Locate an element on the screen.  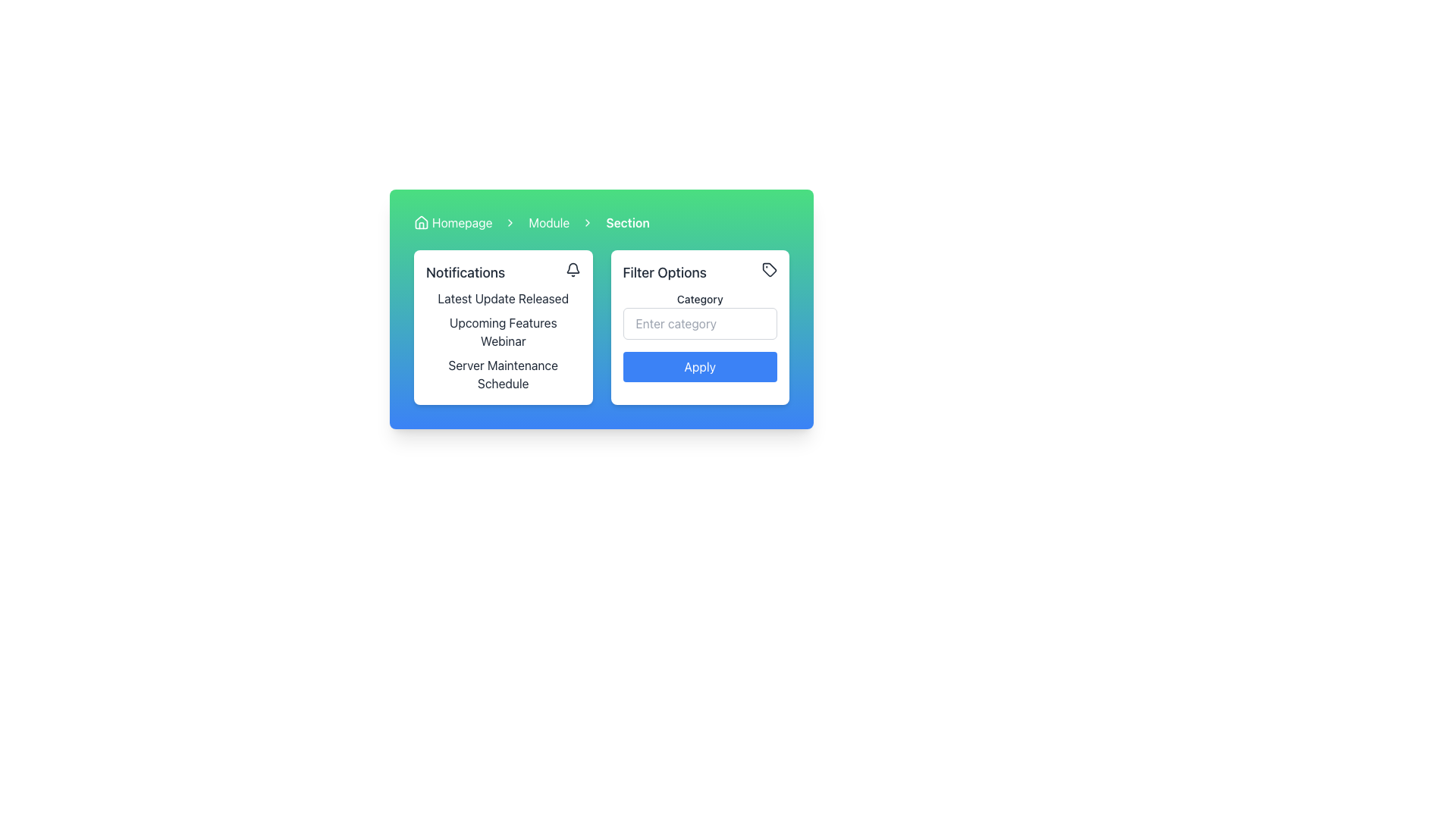
the text label displaying 'Section' in bold white font against a green background, which is the last breadcrumb element in the breadcrumb trail is located at coordinates (628, 222).